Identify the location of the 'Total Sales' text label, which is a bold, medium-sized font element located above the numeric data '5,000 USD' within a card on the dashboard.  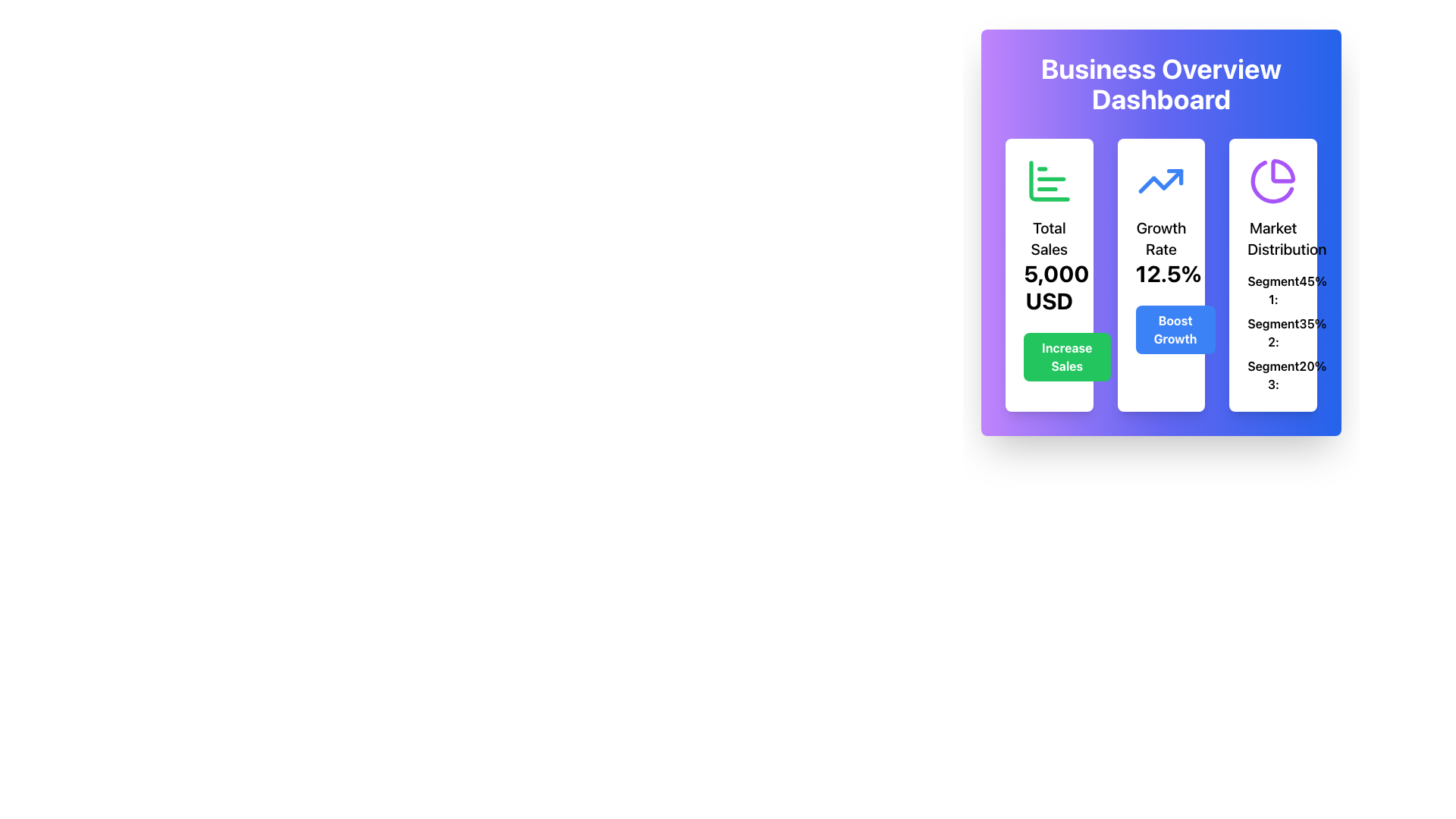
(1048, 239).